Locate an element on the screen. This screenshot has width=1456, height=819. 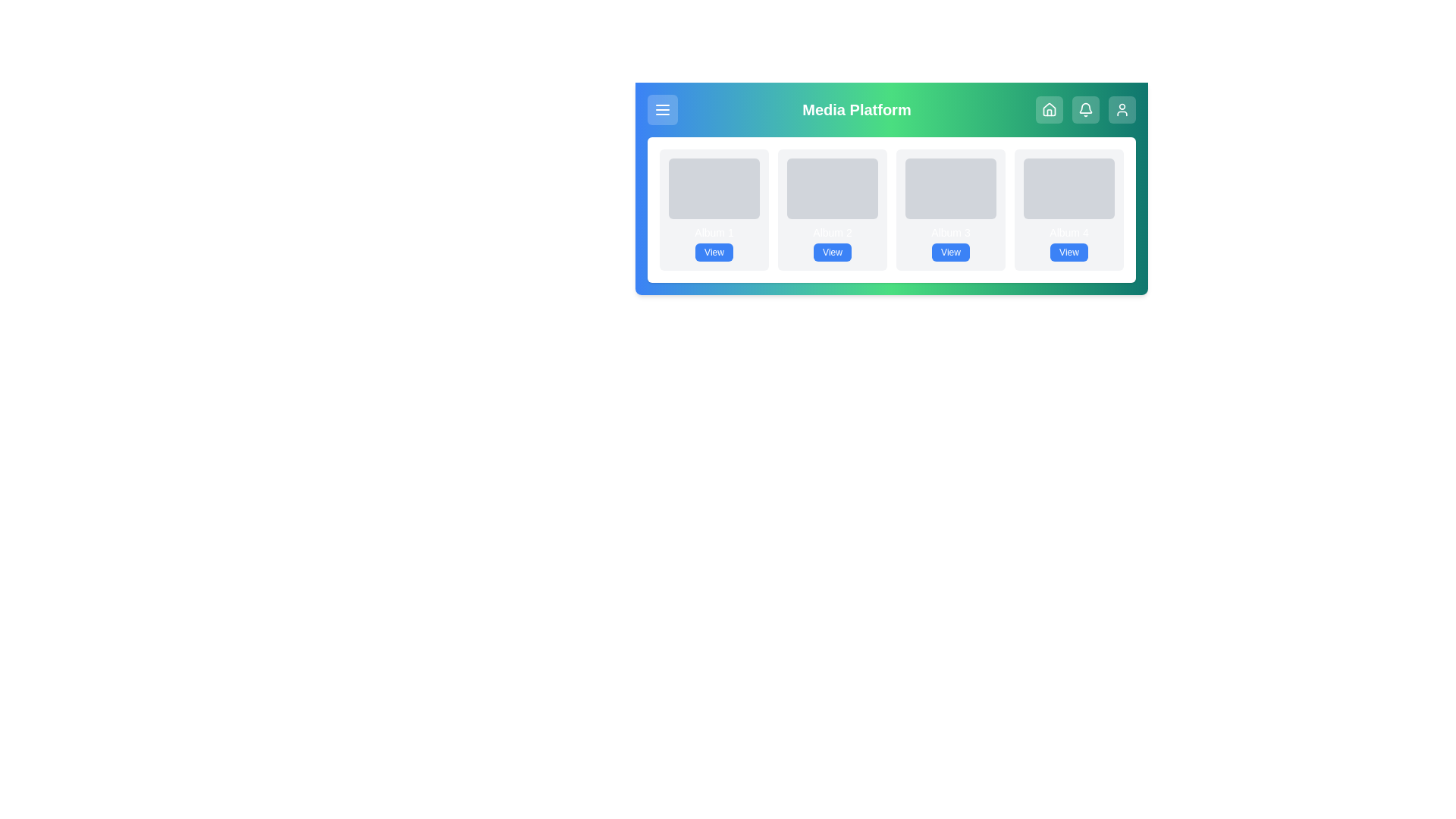
the home button to navigate to the corresponding section is located at coordinates (1047, 109).